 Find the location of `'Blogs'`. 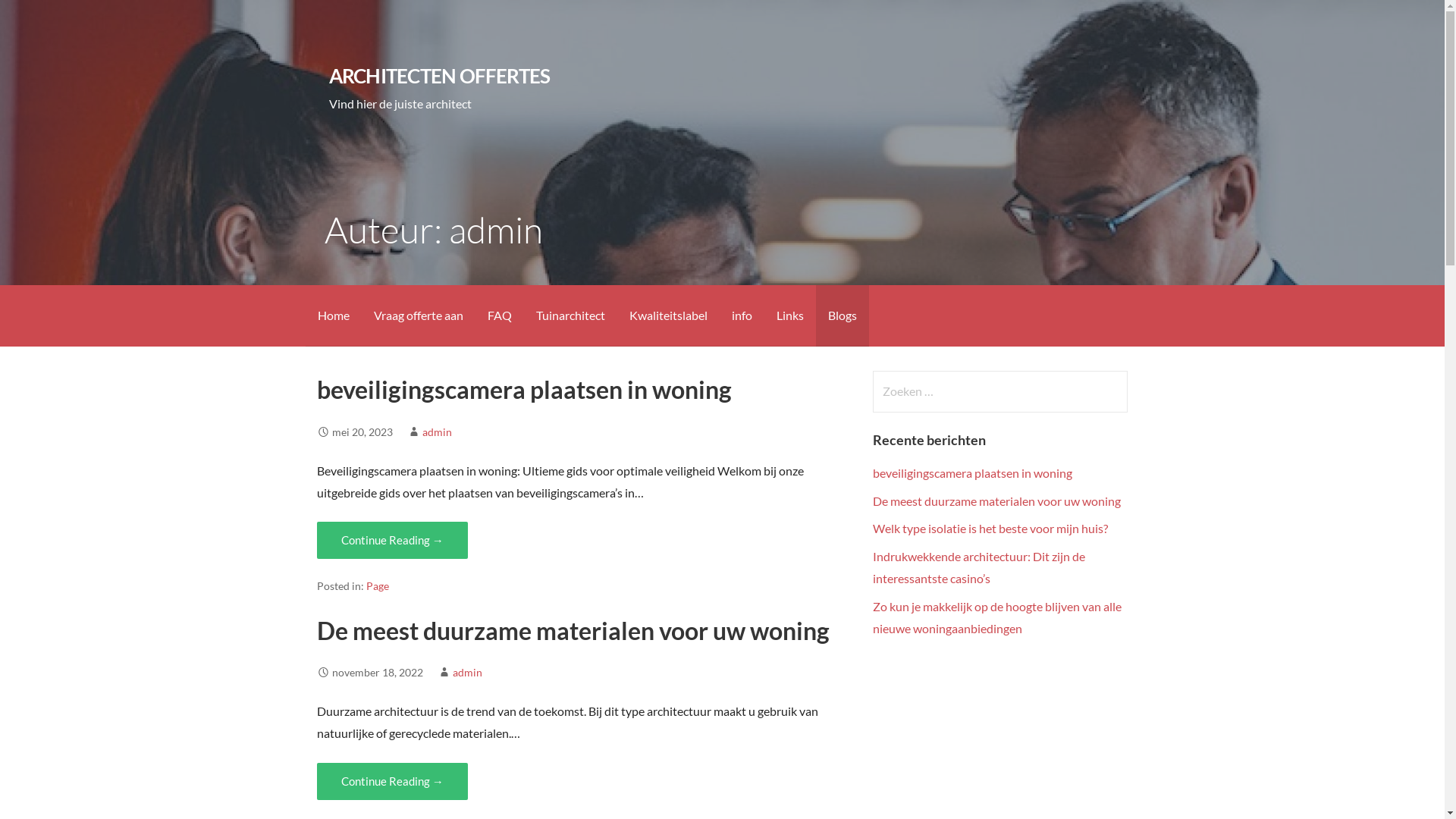

'Blogs' is located at coordinates (841, 315).